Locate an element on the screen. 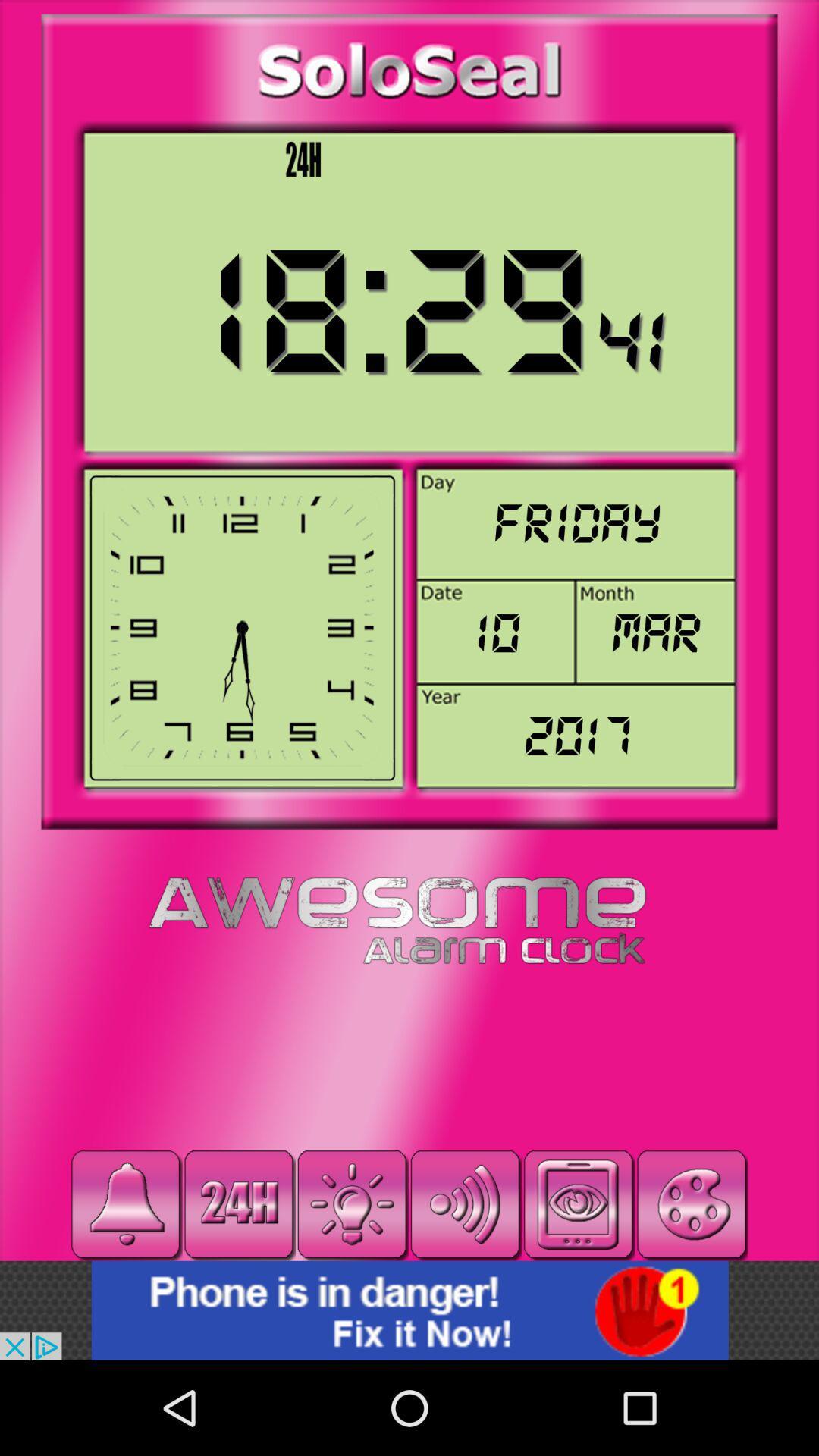 The height and width of the screenshot is (1456, 819). make a new timer is located at coordinates (352, 1203).